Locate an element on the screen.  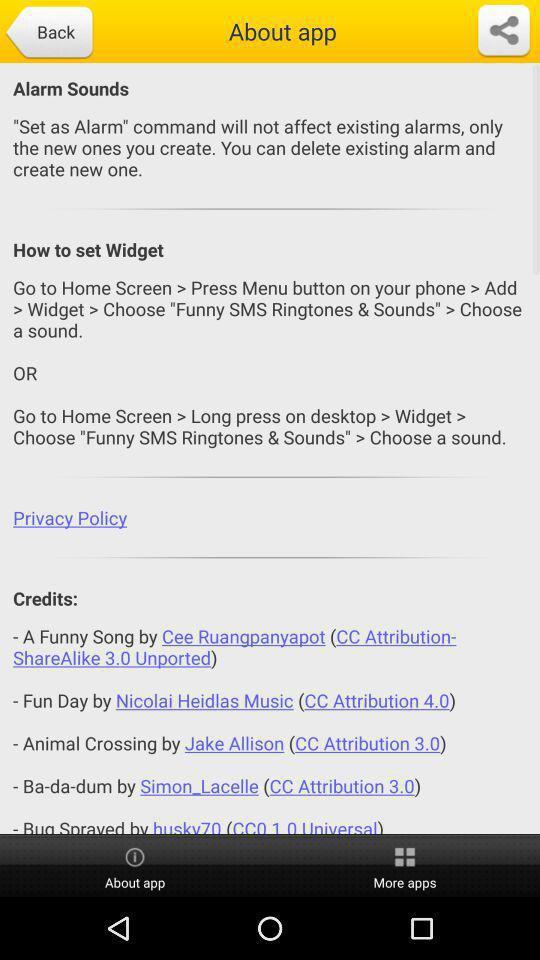
the icon next to about app icon is located at coordinates (405, 865).